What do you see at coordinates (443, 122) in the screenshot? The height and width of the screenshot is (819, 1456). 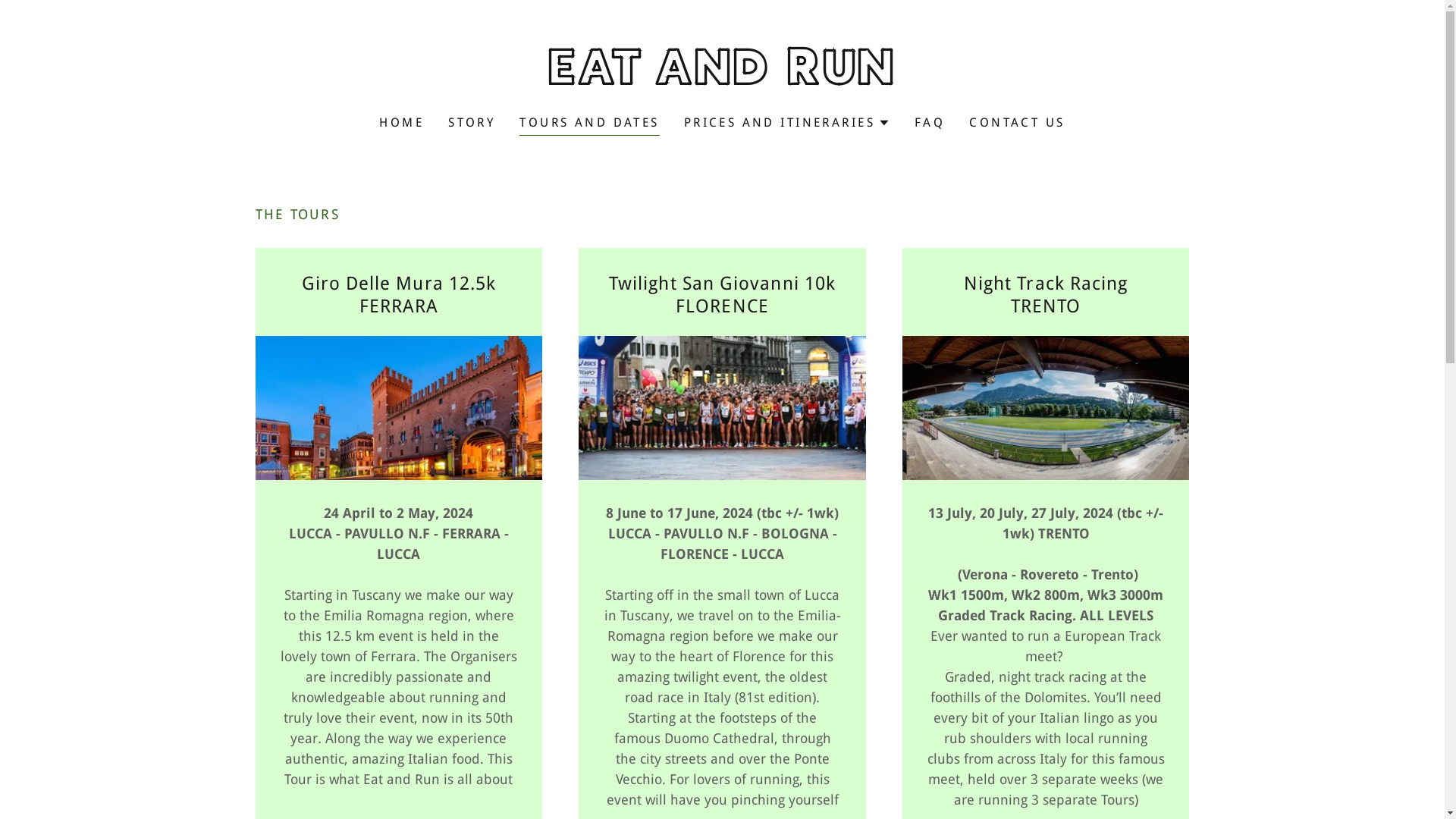 I see `'STORY'` at bounding box center [443, 122].